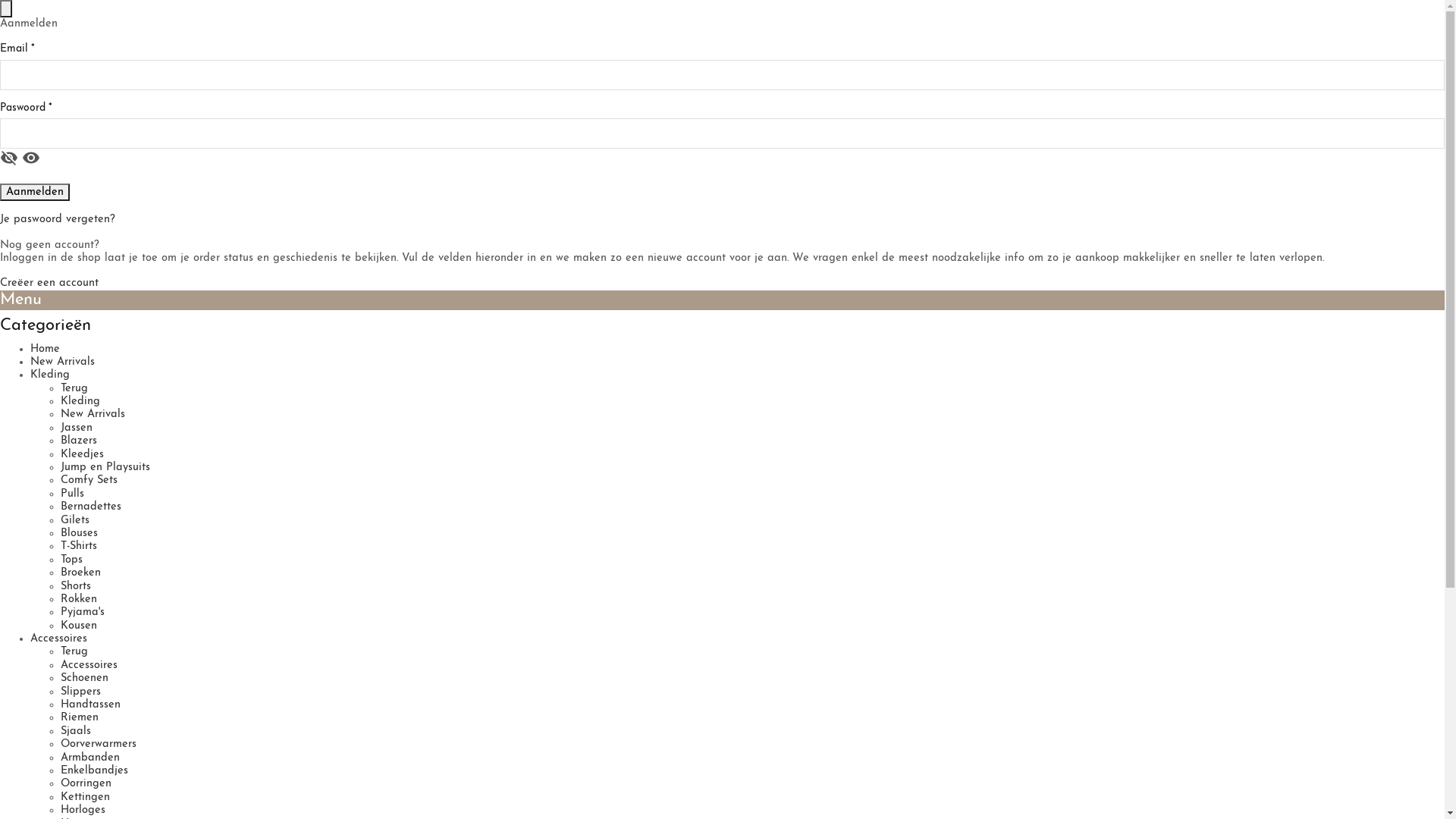  What do you see at coordinates (79, 717) in the screenshot?
I see `'Riemen'` at bounding box center [79, 717].